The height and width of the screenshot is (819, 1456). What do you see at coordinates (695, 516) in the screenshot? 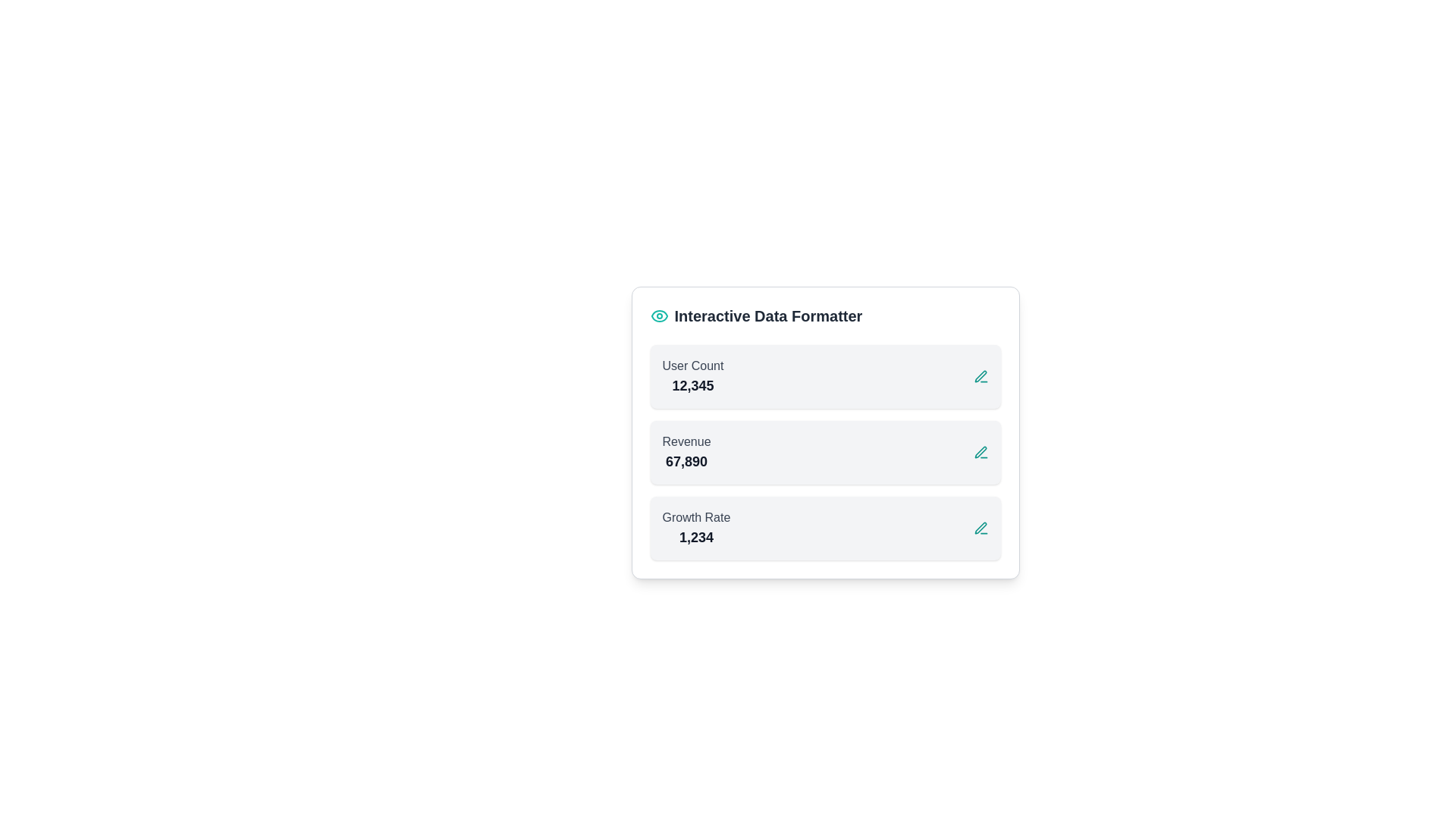
I see `the 'Growth Rate' text label, which is styled in gray font and positioned above the numerical value '1,234' within the 'Interactive Data Formatter' panel` at bounding box center [695, 516].